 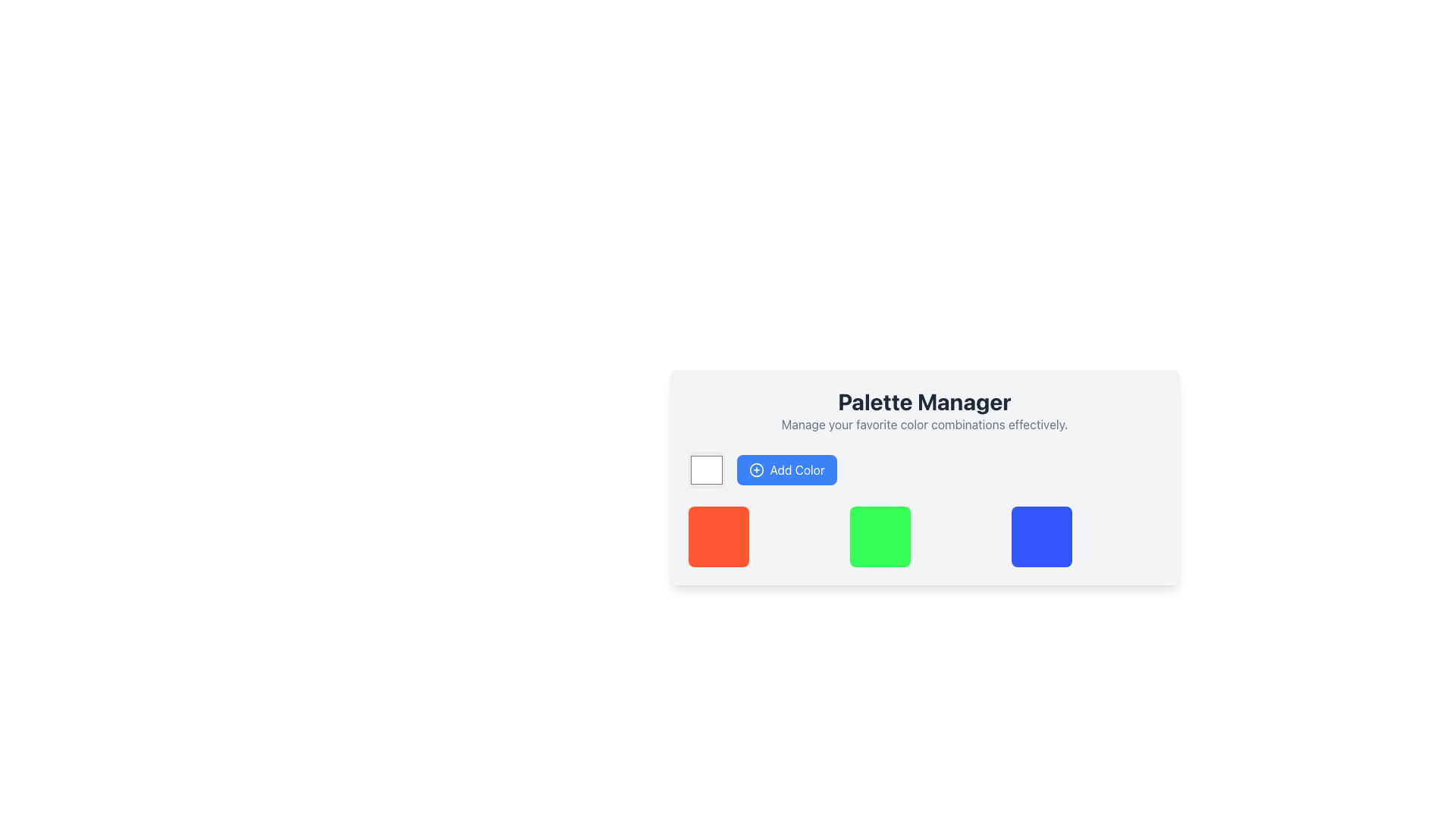 What do you see at coordinates (924, 424) in the screenshot?
I see `the static text element displaying 'Manage your favorite color combinations effectively.' which is positioned below the title 'Palette Manager'` at bounding box center [924, 424].